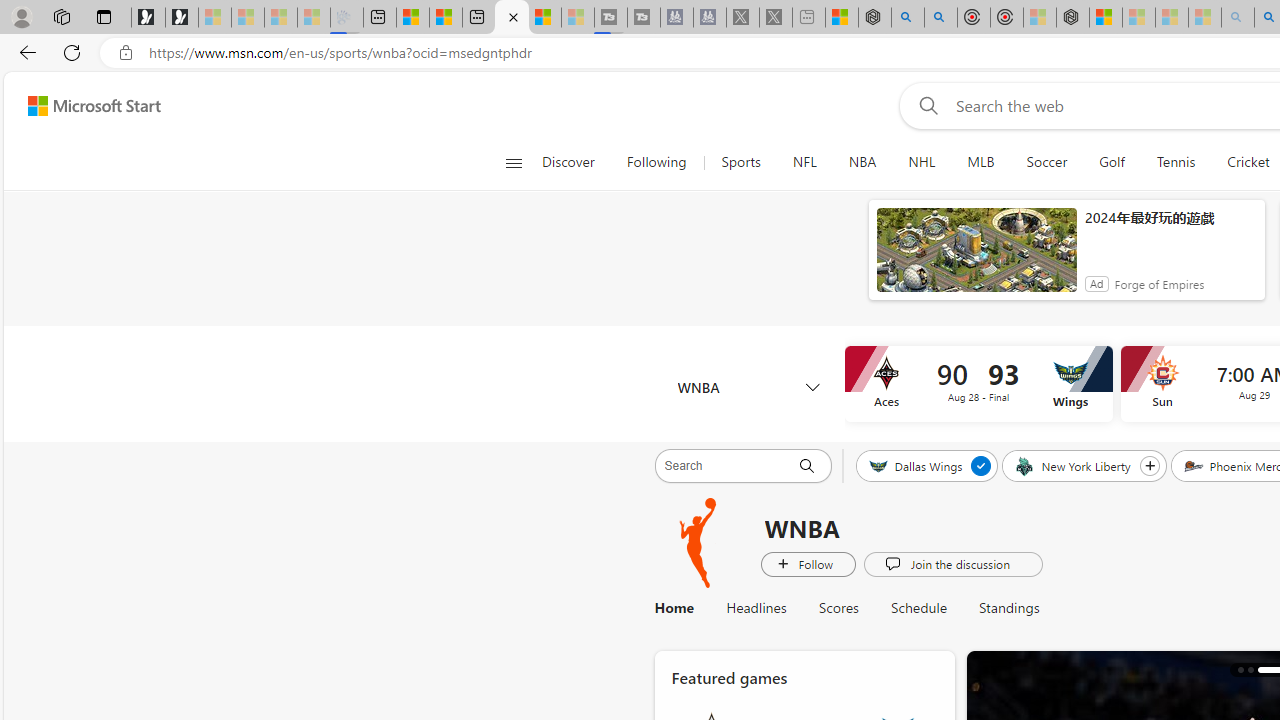 The width and height of the screenshot is (1280, 720). What do you see at coordinates (916, 465) in the screenshot?
I see `'Dallas Wings'` at bounding box center [916, 465].